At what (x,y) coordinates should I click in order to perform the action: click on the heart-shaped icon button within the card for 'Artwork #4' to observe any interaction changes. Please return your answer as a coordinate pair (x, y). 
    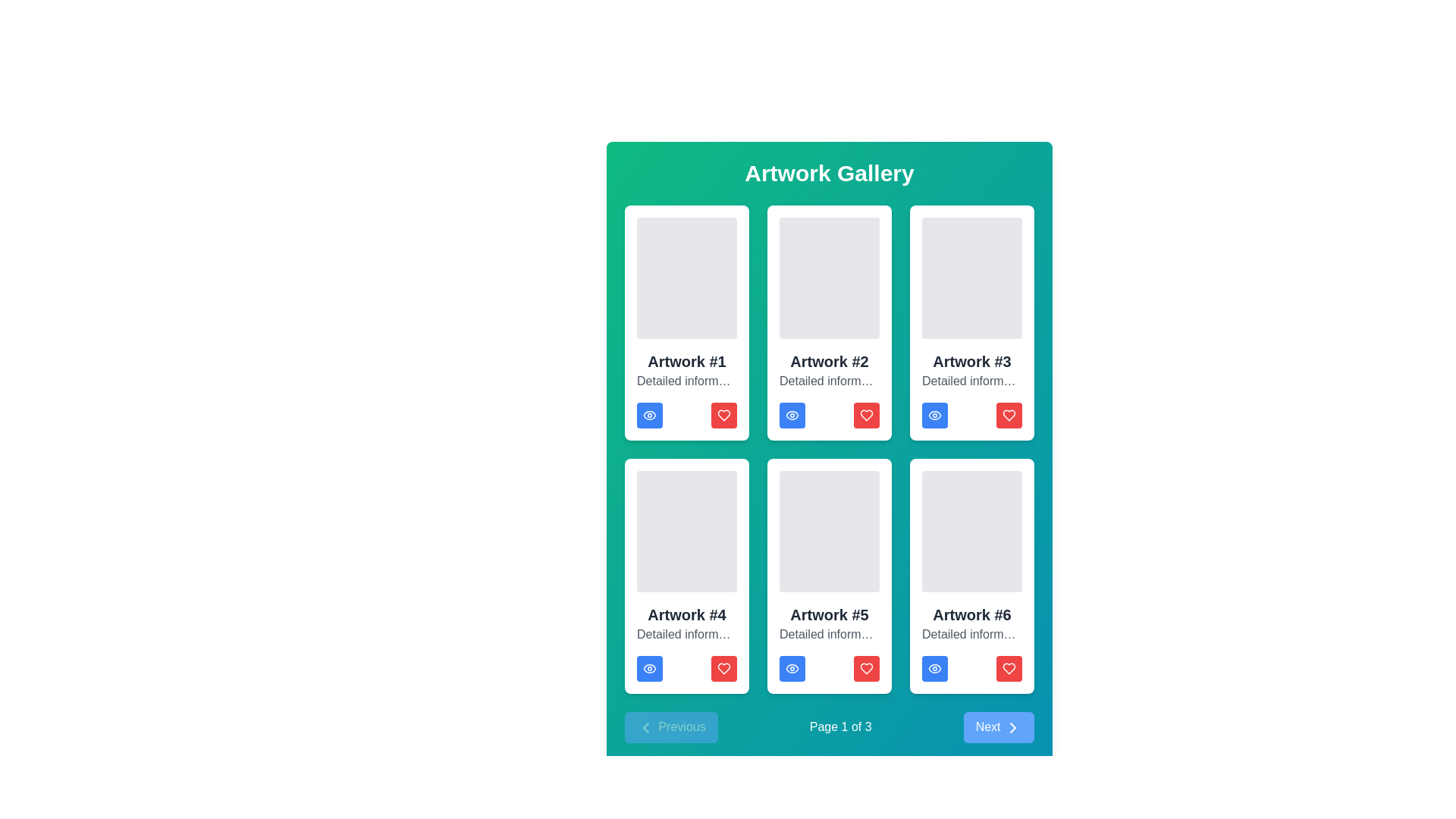
    Looking at the image, I should click on (723, 668).